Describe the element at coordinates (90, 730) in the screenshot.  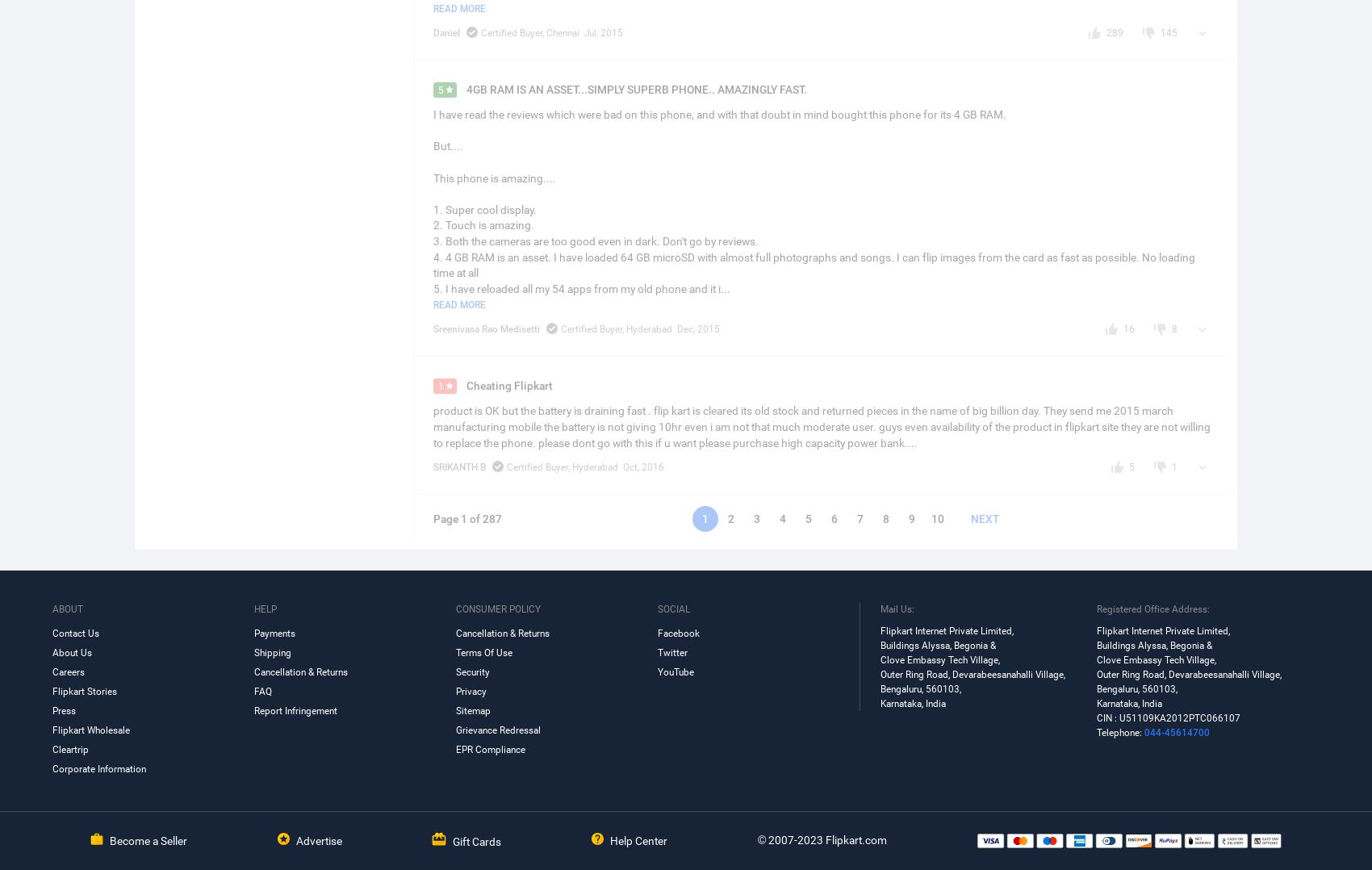
I see `'Flipkart Wholesale'` at that location.